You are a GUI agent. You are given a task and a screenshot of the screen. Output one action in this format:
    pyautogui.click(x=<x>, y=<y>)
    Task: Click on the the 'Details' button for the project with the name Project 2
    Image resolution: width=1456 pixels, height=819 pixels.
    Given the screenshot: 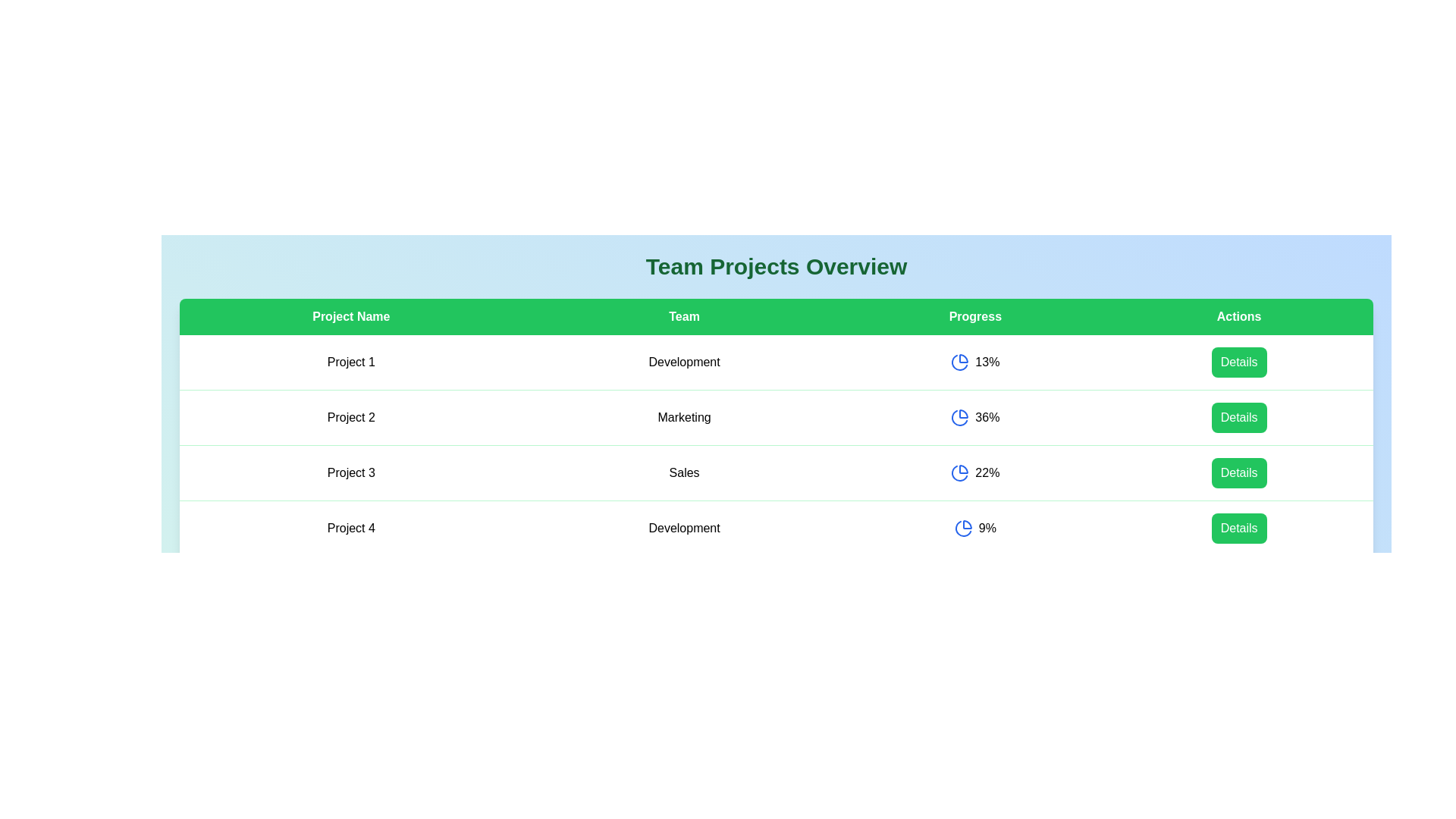 What is the action you would take?
    pyautogui.click(x=1239, y=418)
    